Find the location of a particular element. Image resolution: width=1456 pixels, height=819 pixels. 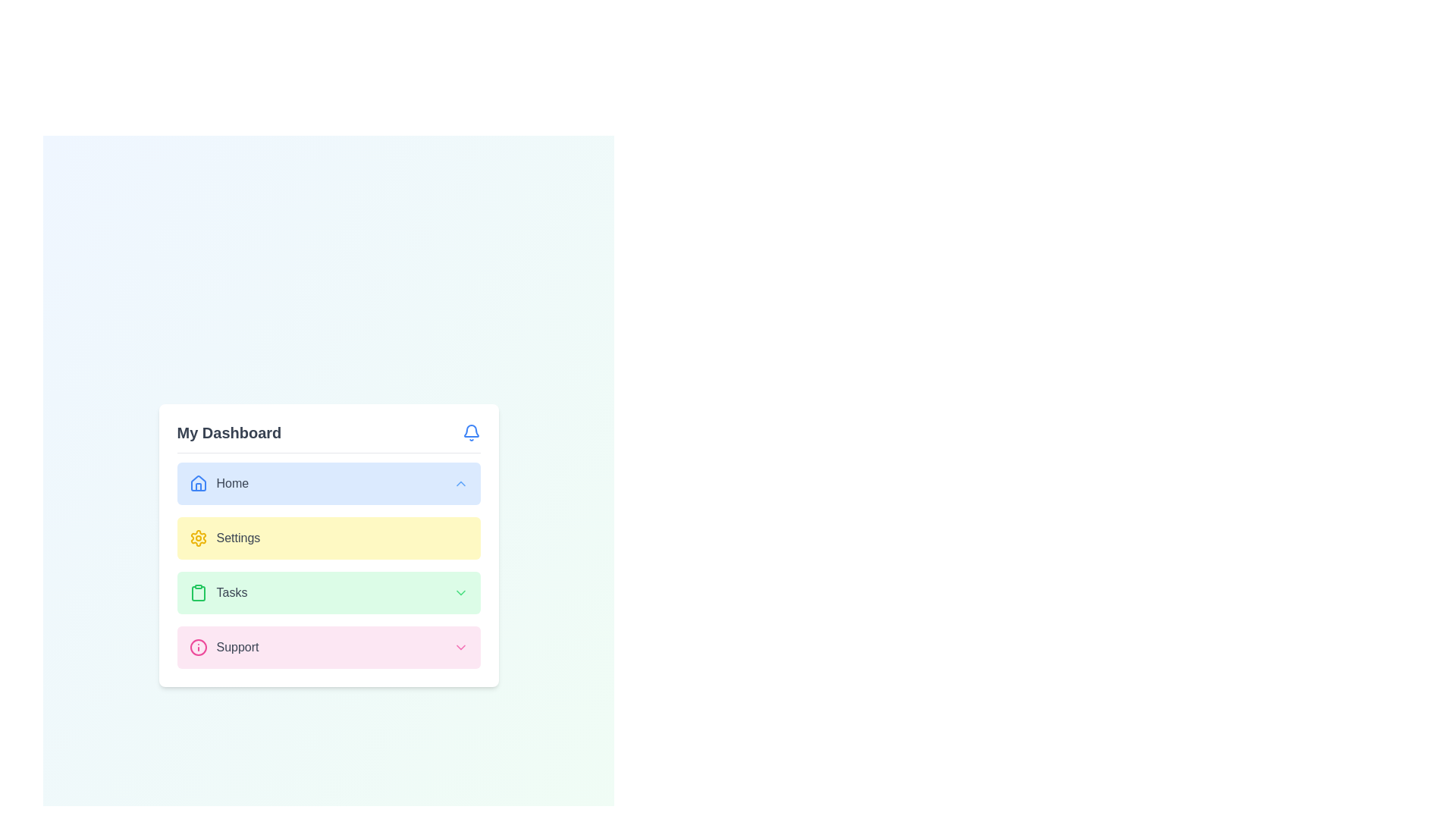

the navigation option represented by a text and icon pair located at the top of the dashboard interface is located at coordinates (218, 483).